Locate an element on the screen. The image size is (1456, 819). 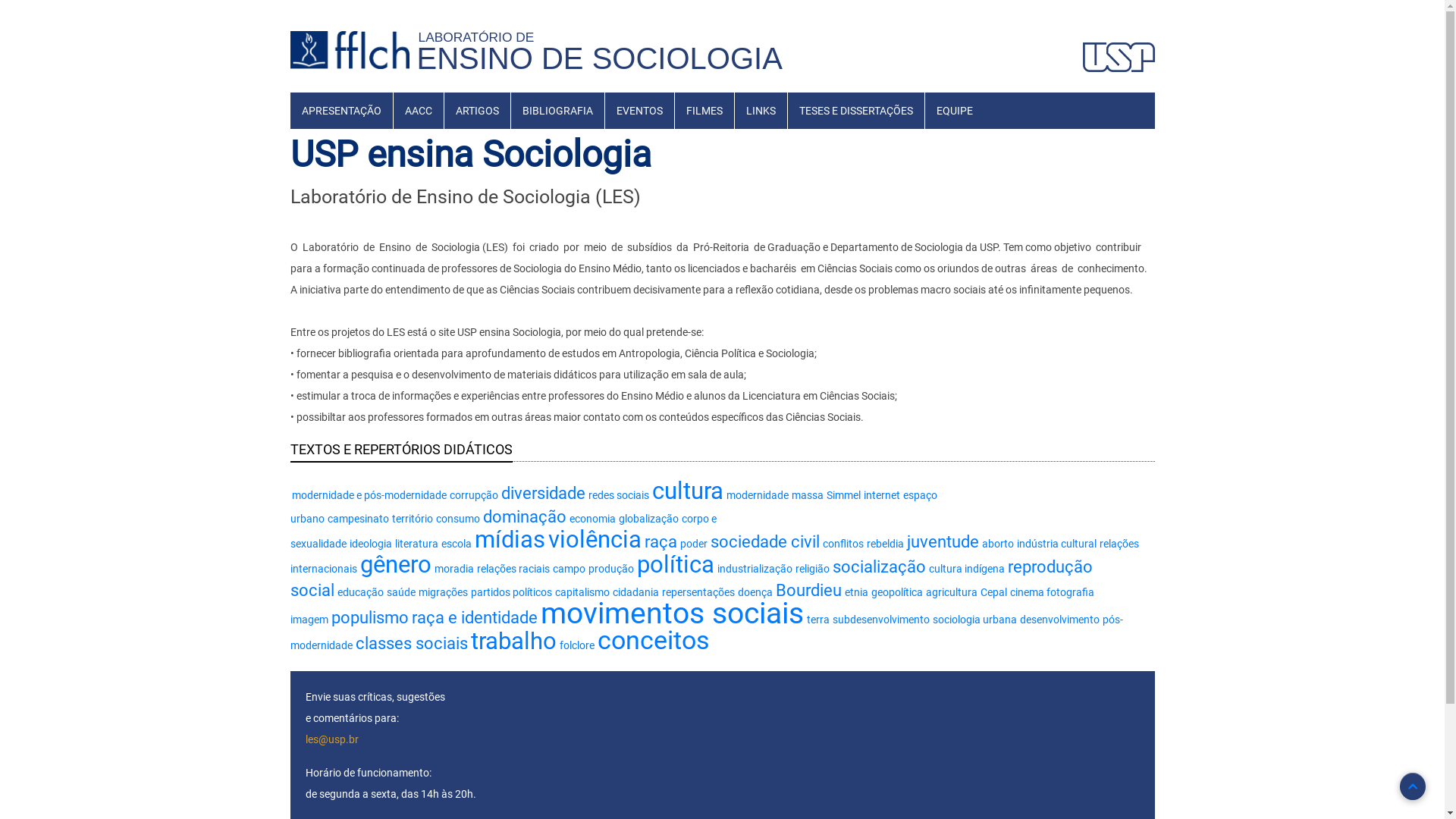
'LINKS' is located at coordinates (760, 110).